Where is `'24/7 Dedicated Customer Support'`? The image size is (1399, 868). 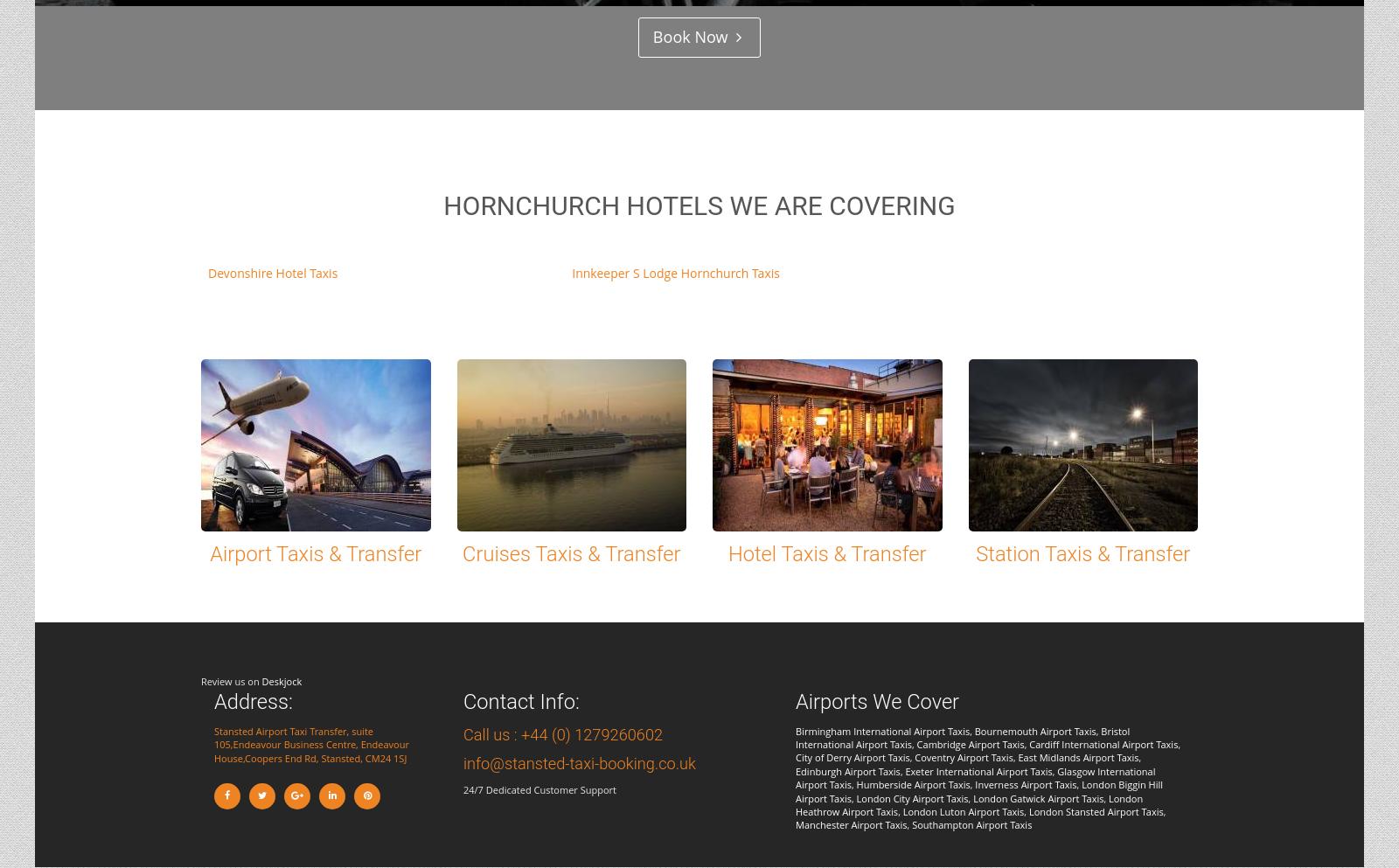 '24/7 Dedicated Customer Support' is located at coordinates (462, 788).